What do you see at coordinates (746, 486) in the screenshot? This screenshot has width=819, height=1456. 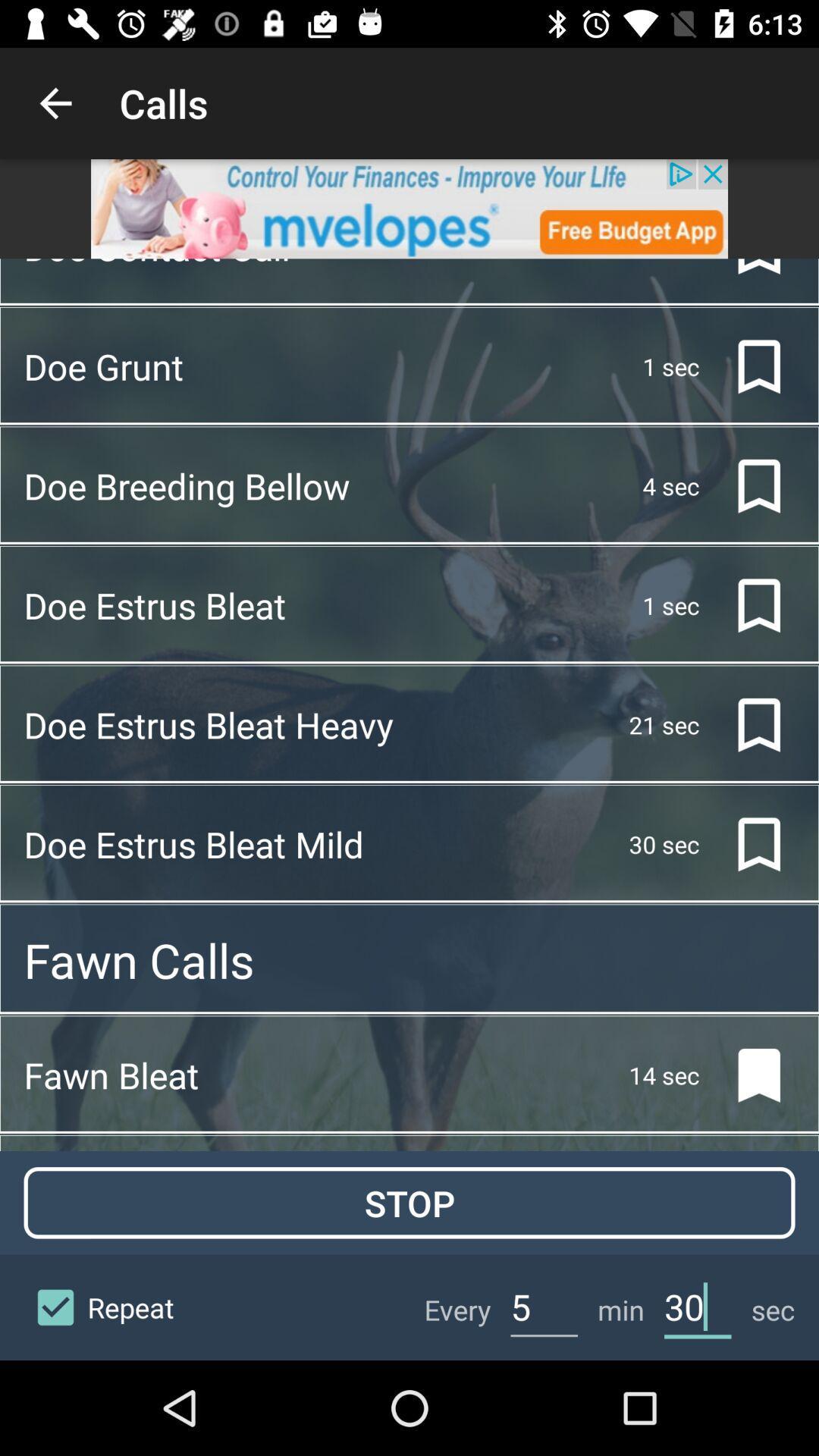 I see `the bookmark icon` at bounding box center [746, 486].